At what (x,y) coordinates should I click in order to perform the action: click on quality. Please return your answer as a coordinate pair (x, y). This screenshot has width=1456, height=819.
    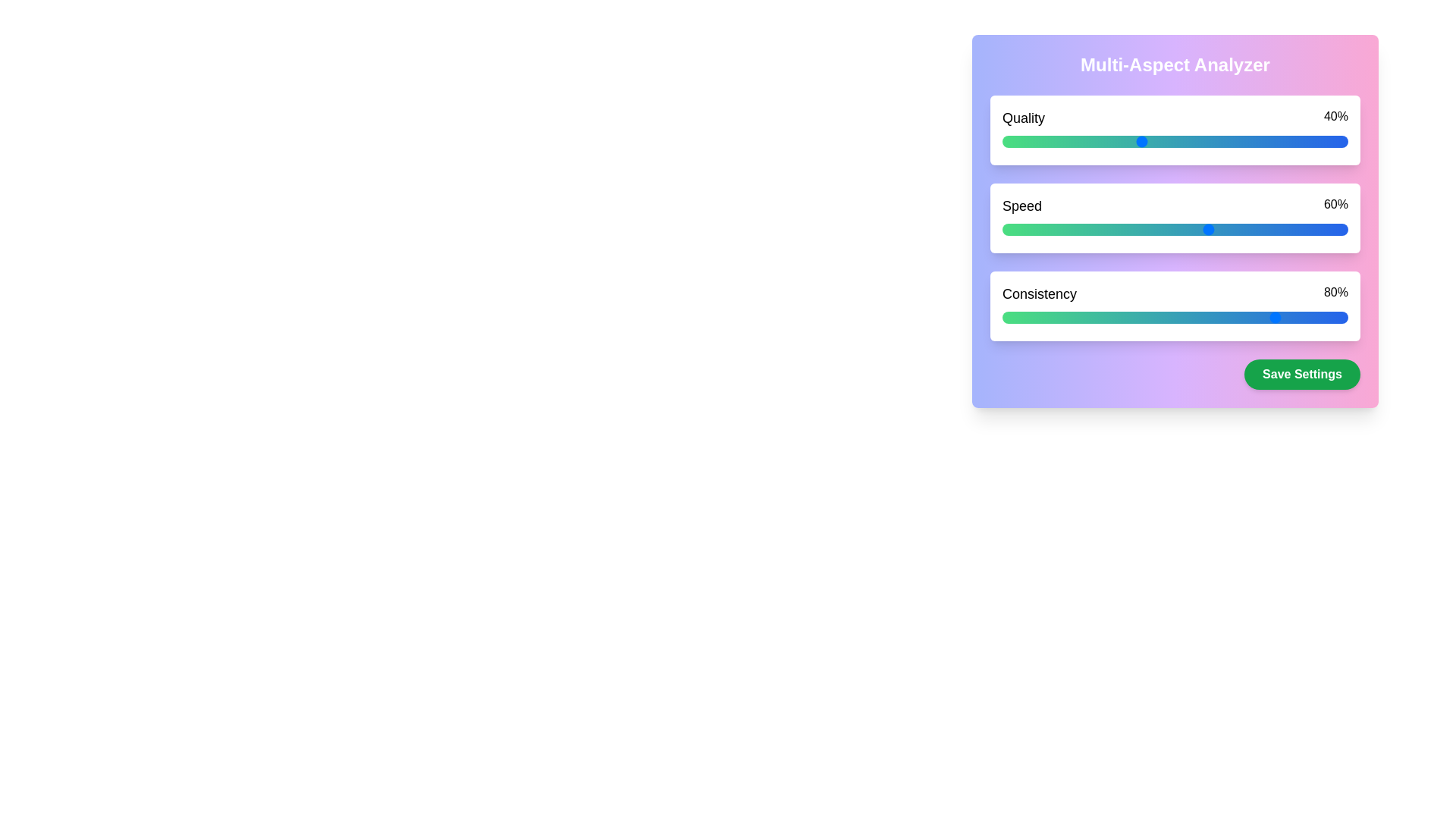
    Looking at the image, I should click on (1323, 141).